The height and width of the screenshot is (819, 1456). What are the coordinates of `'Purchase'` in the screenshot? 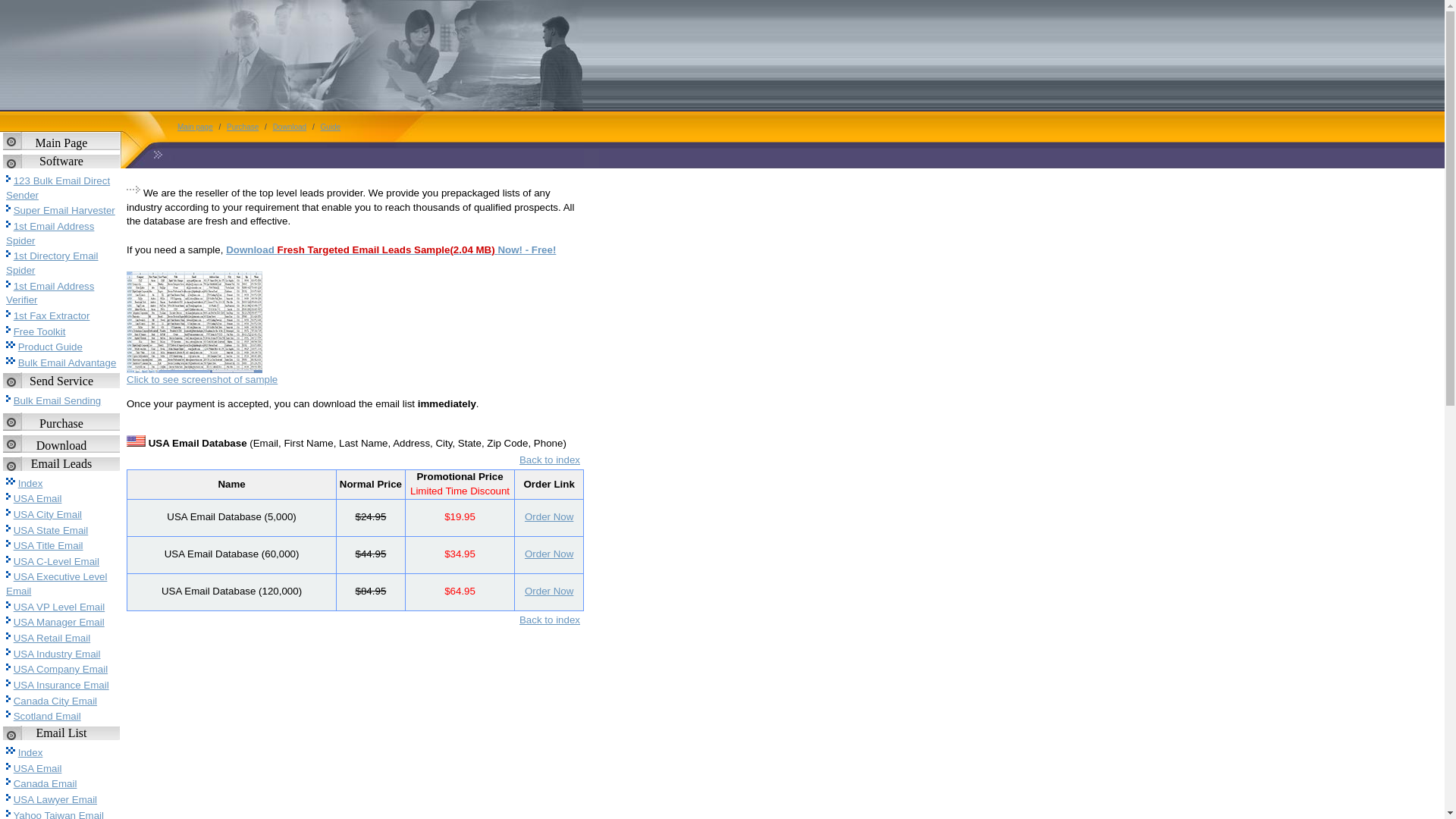 It's located at (61, 423).